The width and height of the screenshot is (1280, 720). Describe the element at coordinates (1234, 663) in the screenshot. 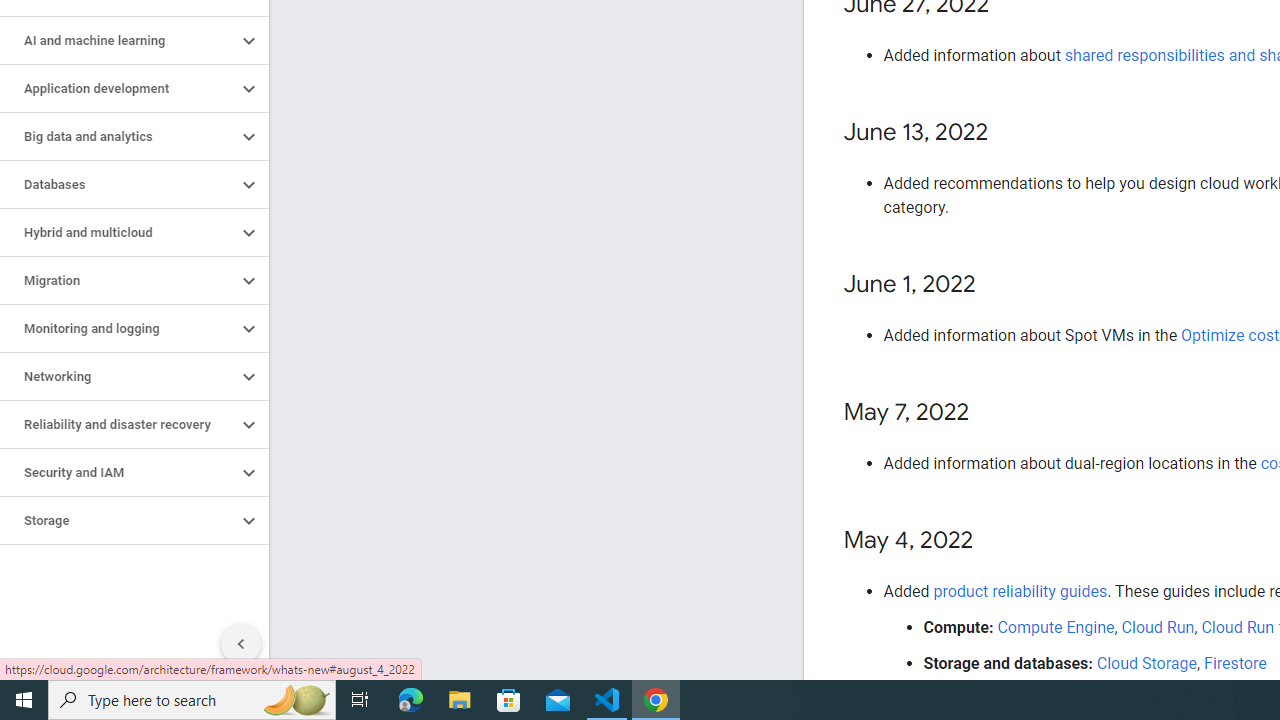

I see `'Firestore'` at that location.